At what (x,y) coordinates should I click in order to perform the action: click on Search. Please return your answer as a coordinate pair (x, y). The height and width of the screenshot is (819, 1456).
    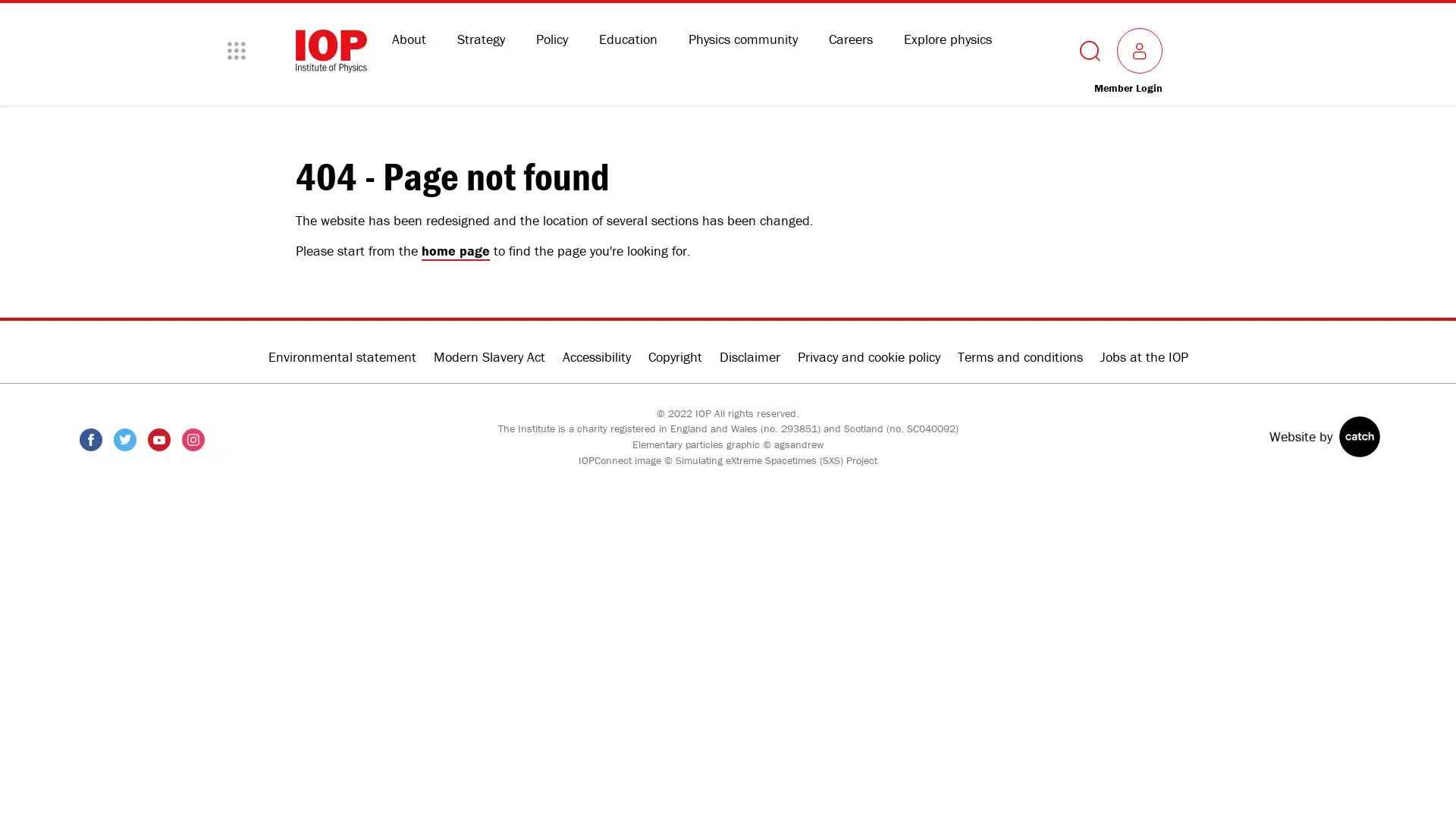
    Looking at the image, I should click on (1088, 49).